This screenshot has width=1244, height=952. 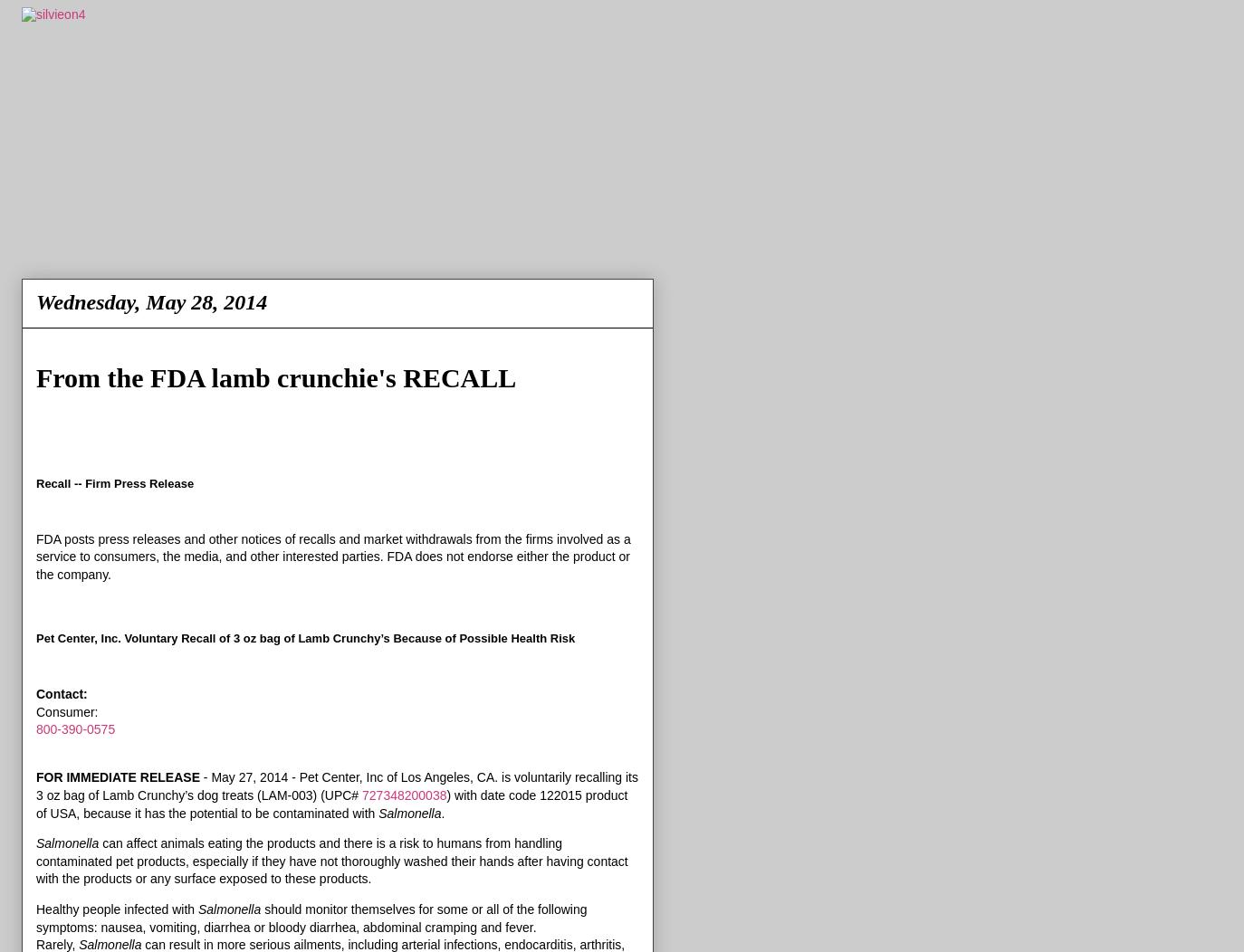 I want to click on 'Contact:', so click(x=34, y=691).